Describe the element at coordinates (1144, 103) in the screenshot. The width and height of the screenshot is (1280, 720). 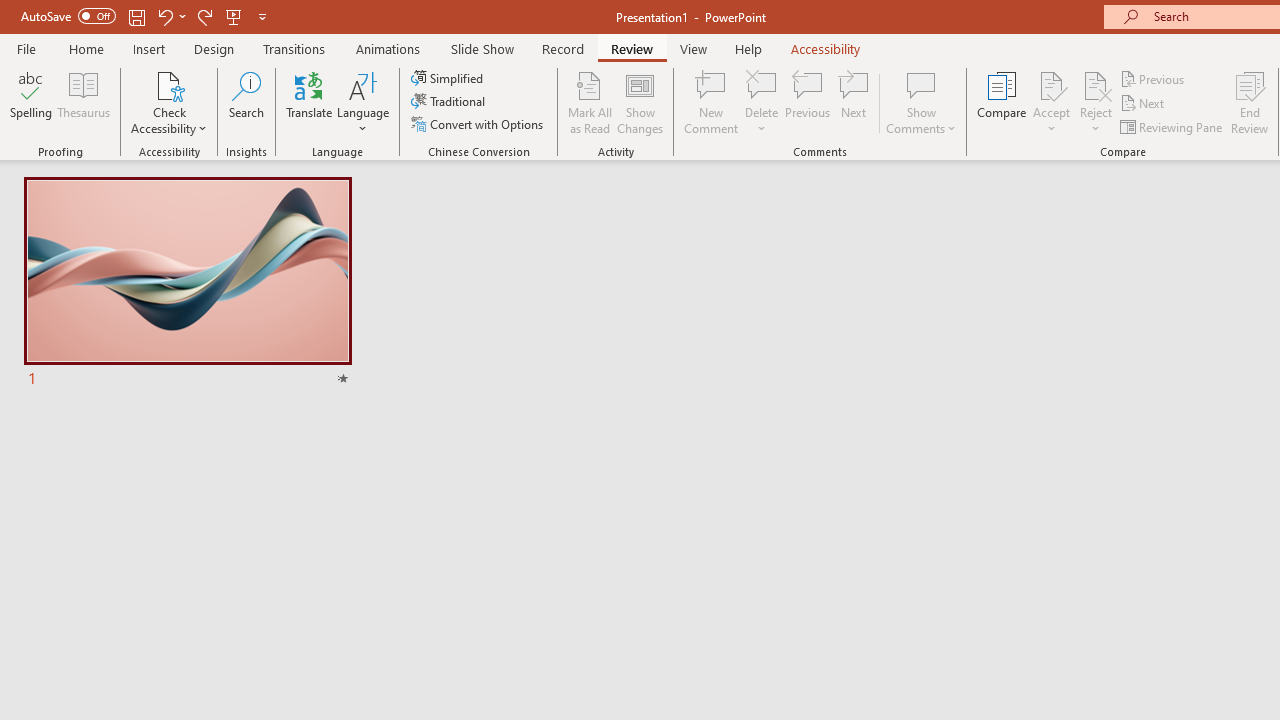
I see `'Next'` at that location.